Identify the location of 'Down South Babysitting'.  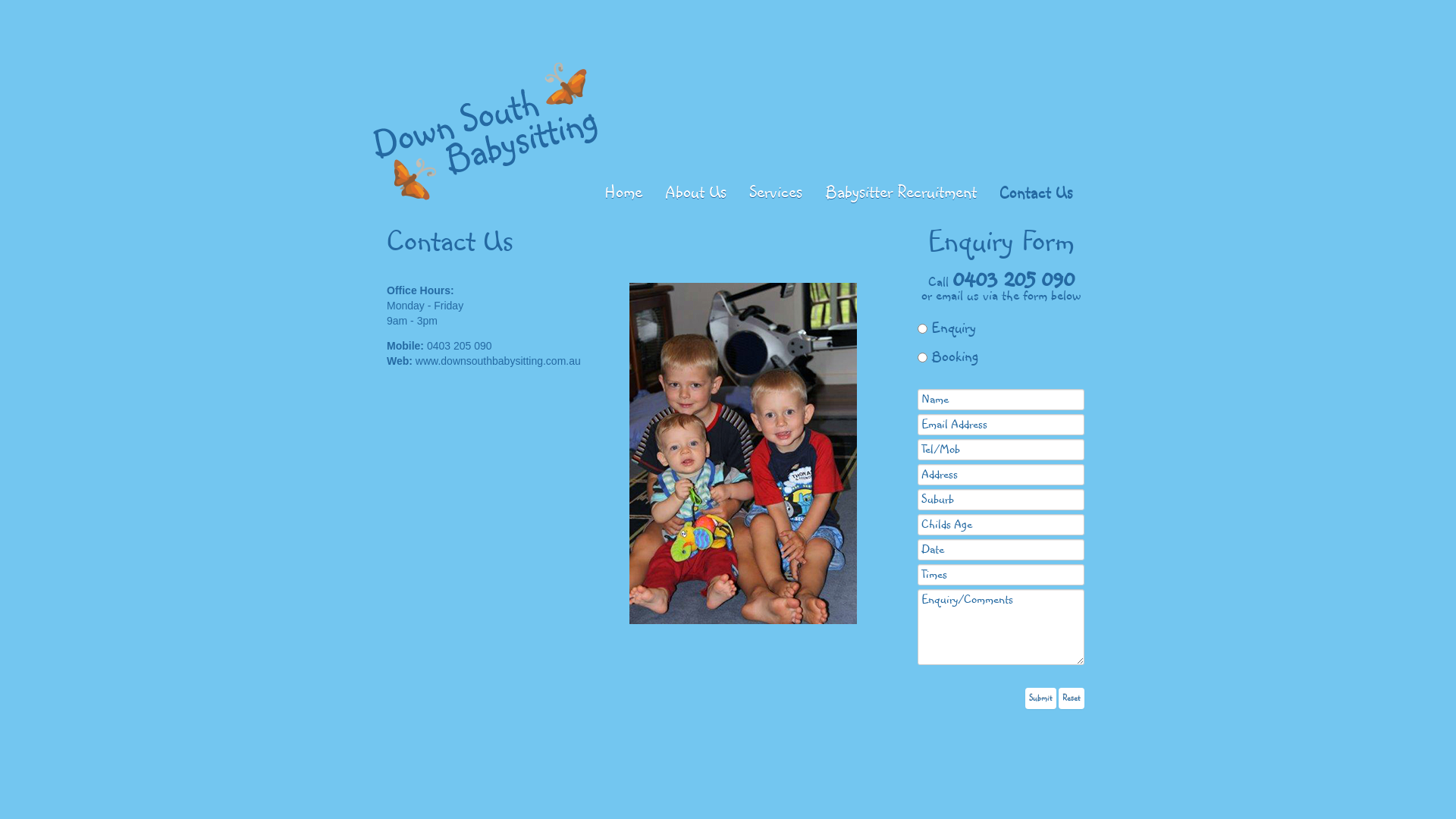
(485, 130).